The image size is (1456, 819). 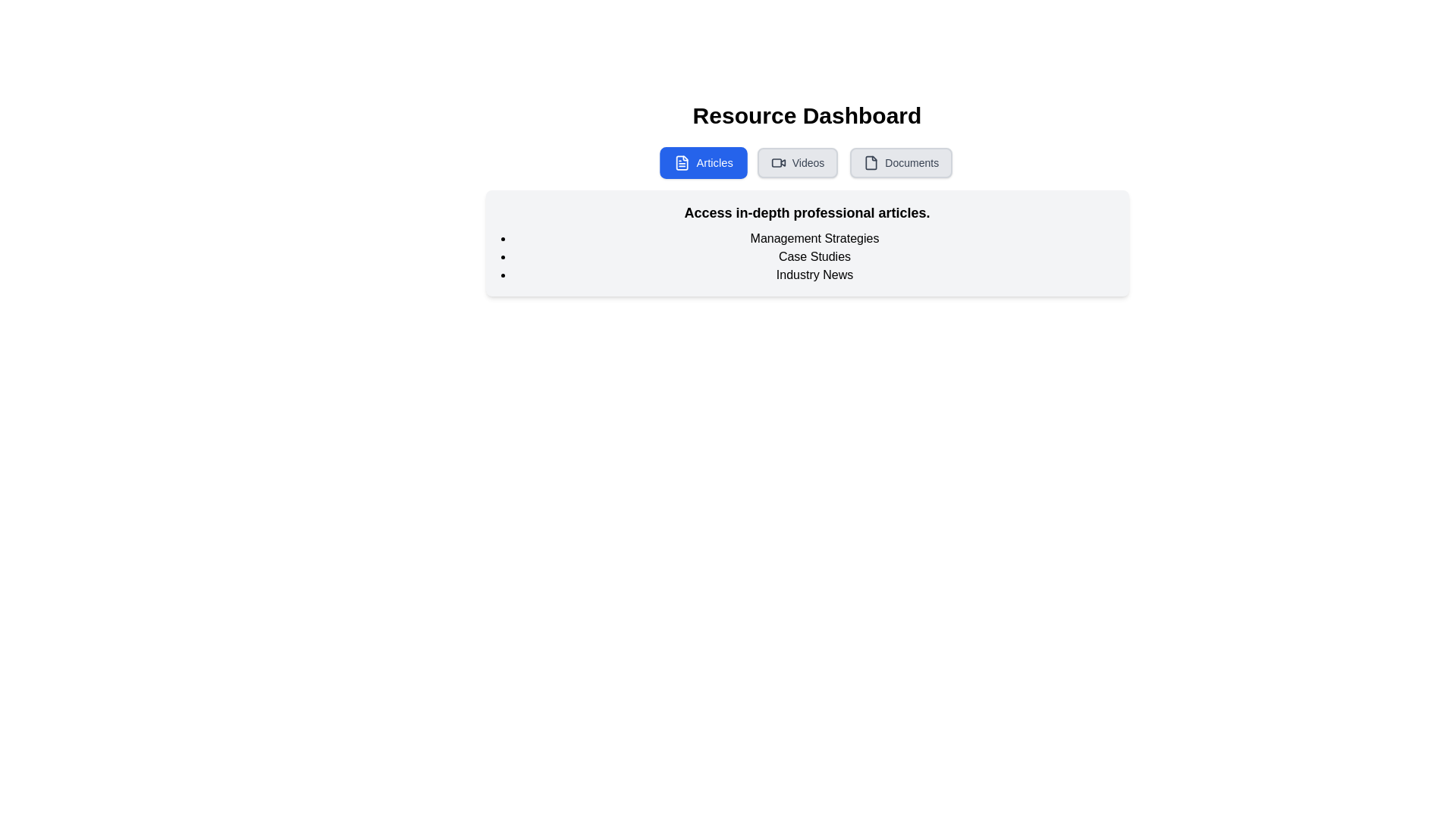 I want to click on the second list item representing a category for professional articles or resources related to case studies, located between 'Management Strategies' and 'Industry News', so click(x=814, y=256).